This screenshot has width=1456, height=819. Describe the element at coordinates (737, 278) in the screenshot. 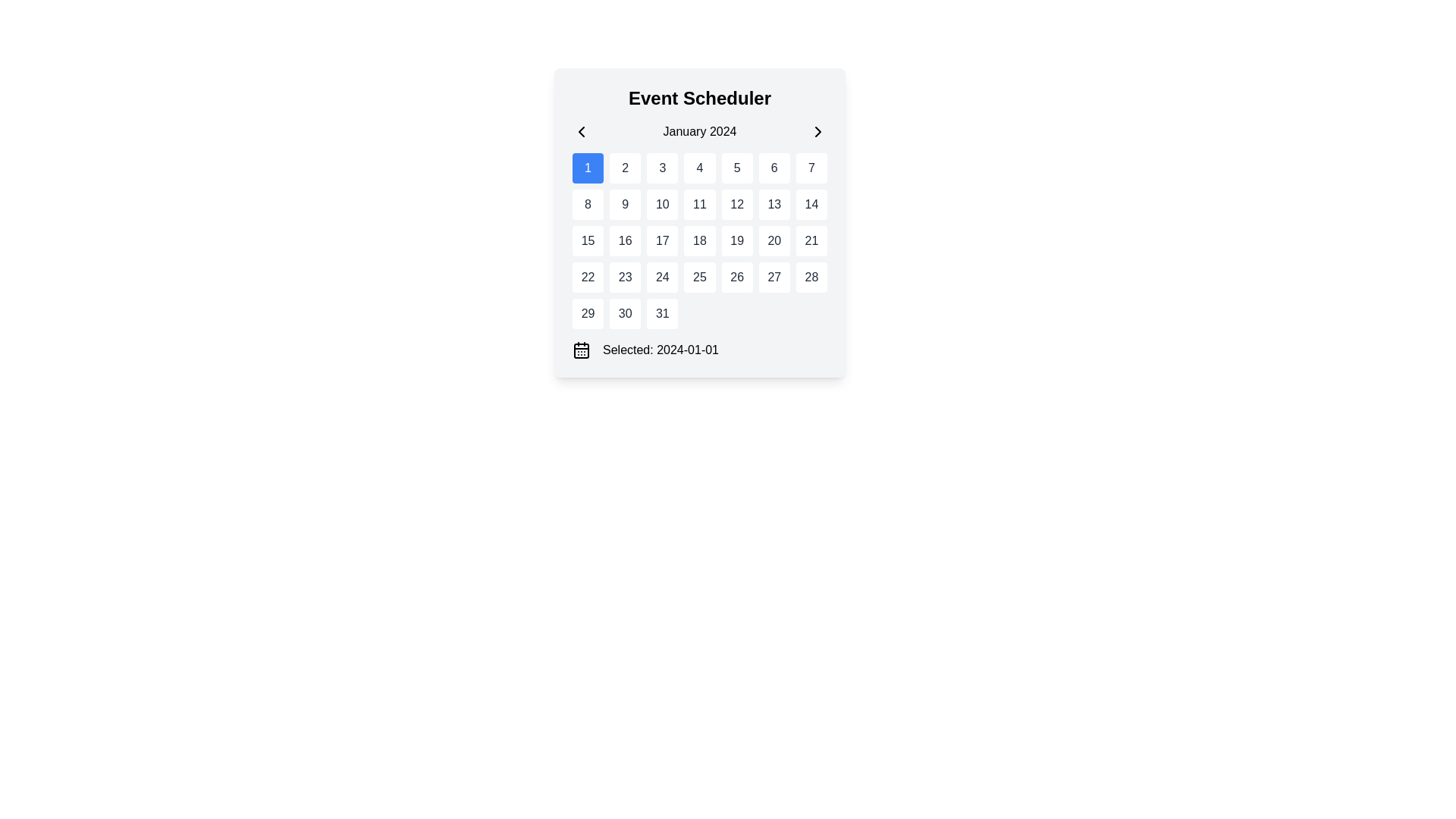

I see `the Label displaying the day '26' in the calendar, located in the last row of the grid and the 5th box from the left` at that location.